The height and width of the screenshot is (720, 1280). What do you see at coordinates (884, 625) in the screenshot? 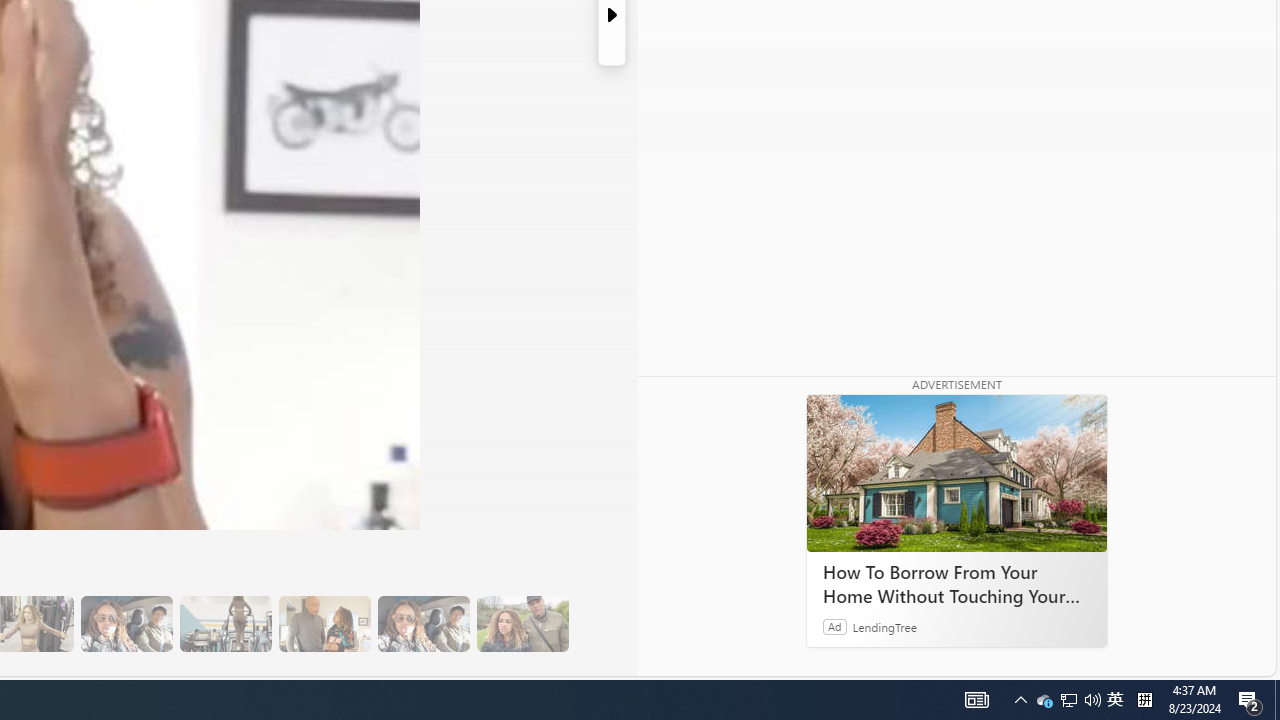
I see `'LendingTree'` at bounding box center [884, 625].